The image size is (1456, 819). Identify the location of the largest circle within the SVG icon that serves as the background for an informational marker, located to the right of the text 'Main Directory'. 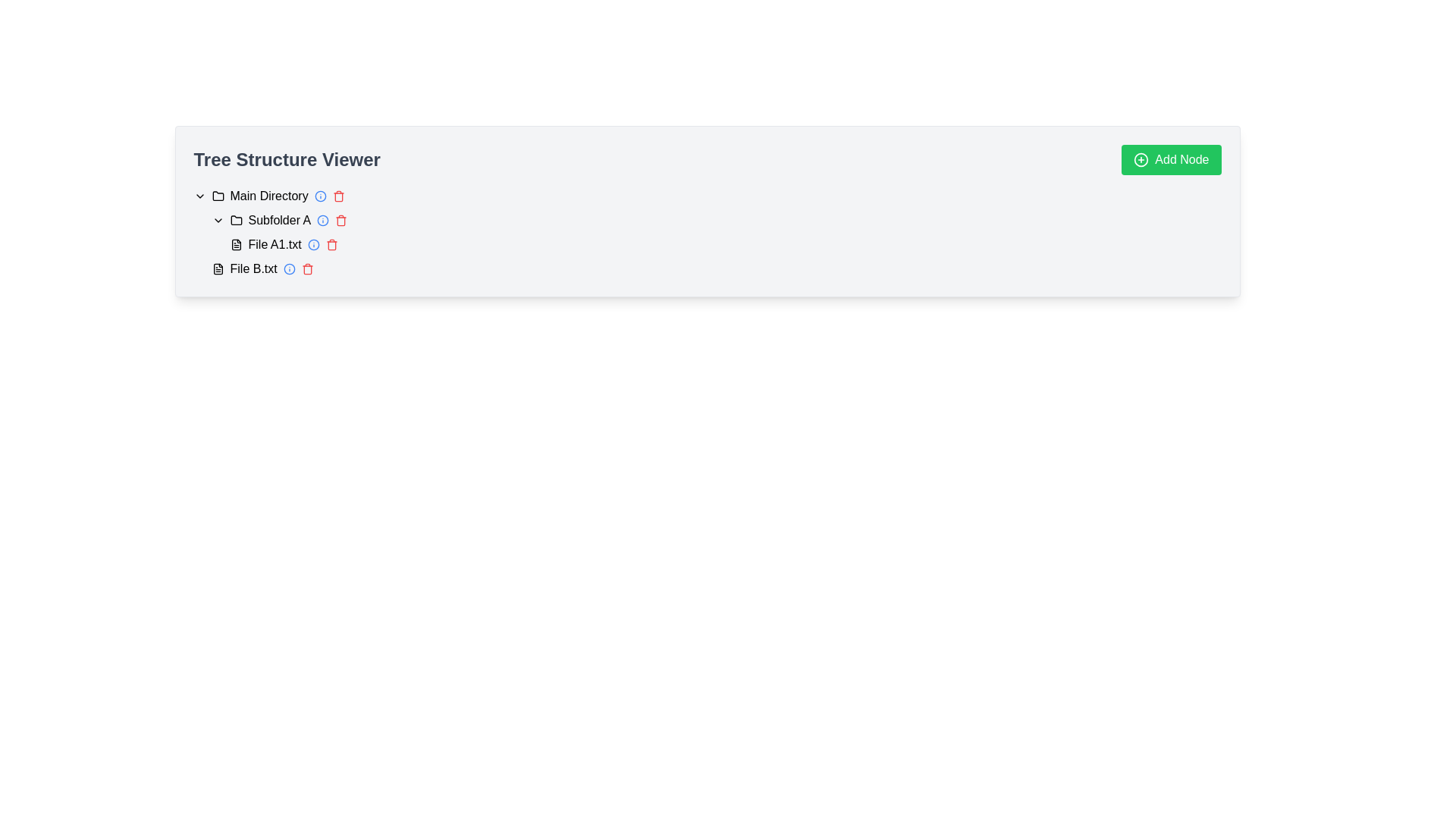
(312, 244).